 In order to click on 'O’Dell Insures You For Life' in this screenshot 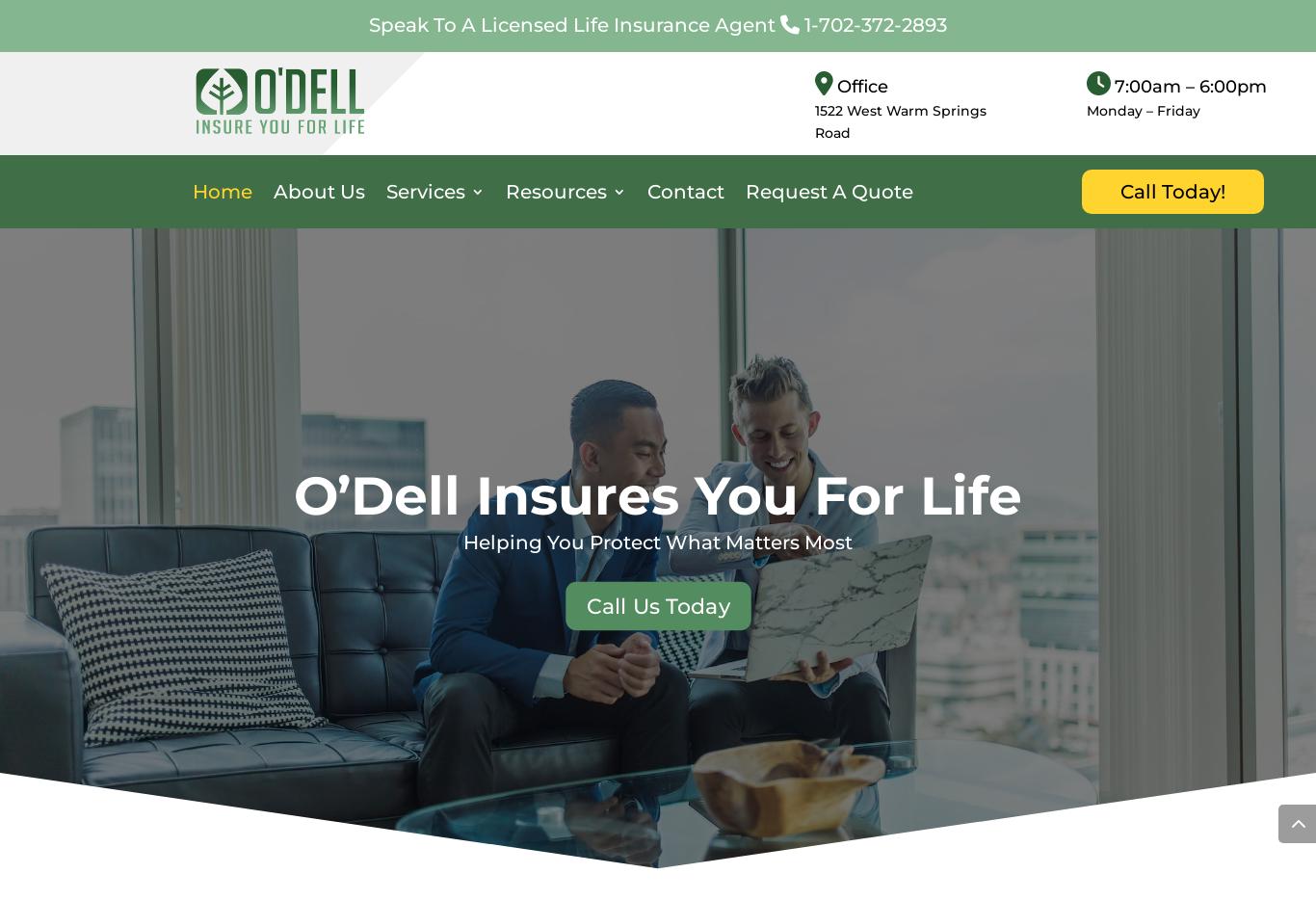, I will do `click(658, 494)`.